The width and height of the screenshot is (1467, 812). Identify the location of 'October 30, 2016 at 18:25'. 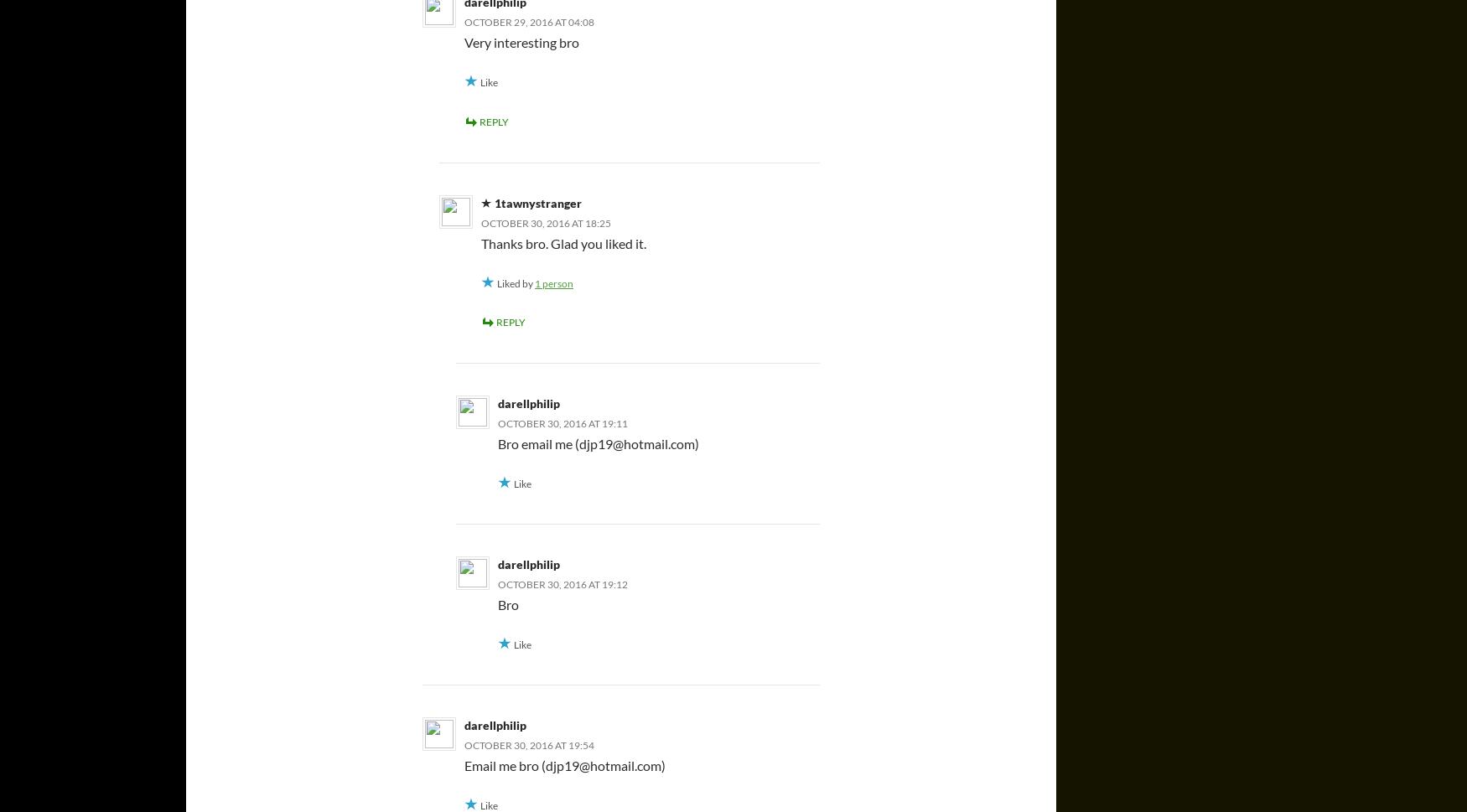
(545, 222).